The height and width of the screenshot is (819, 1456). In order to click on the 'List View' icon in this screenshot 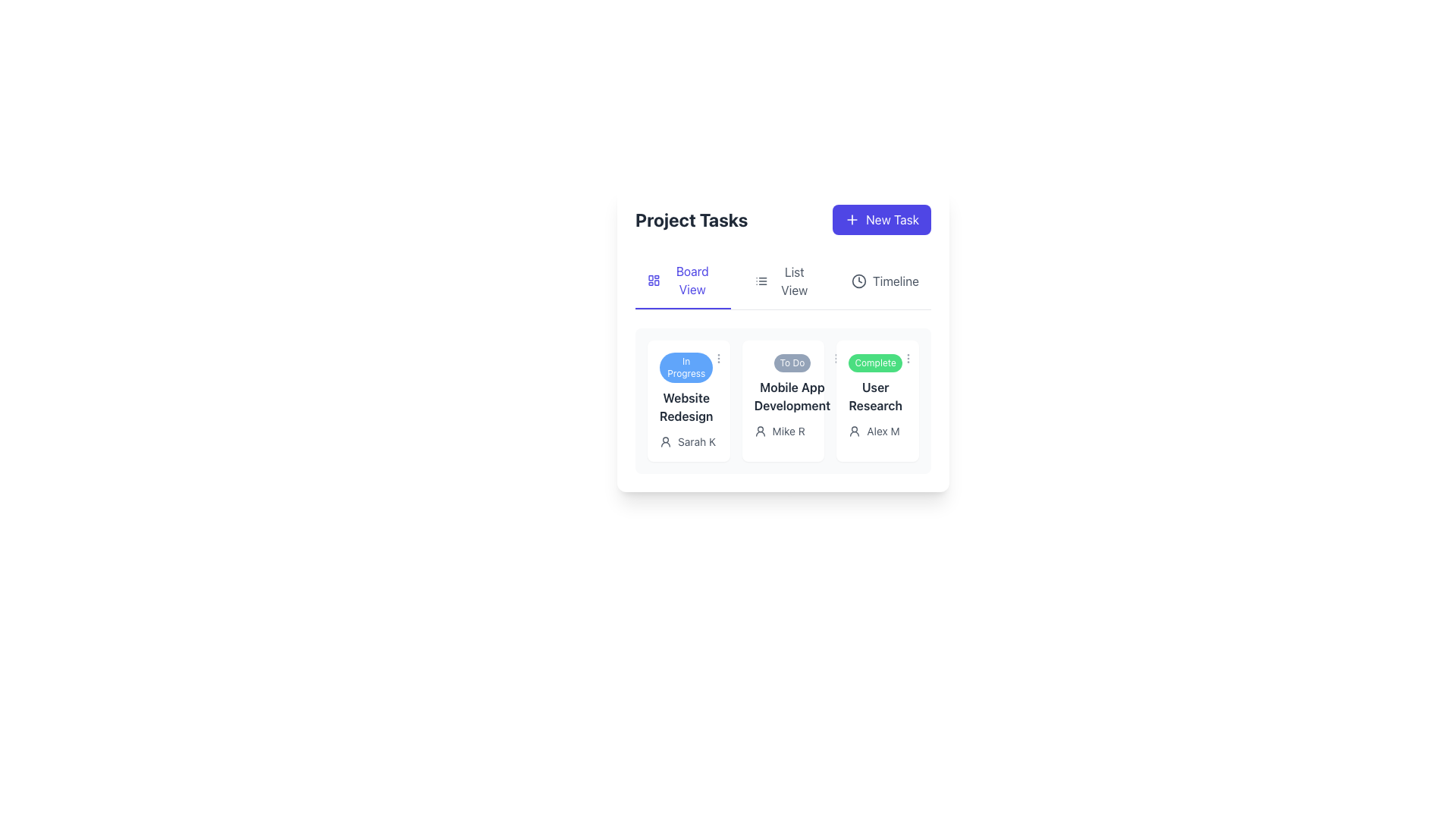, I will do `click(761, 281)`.